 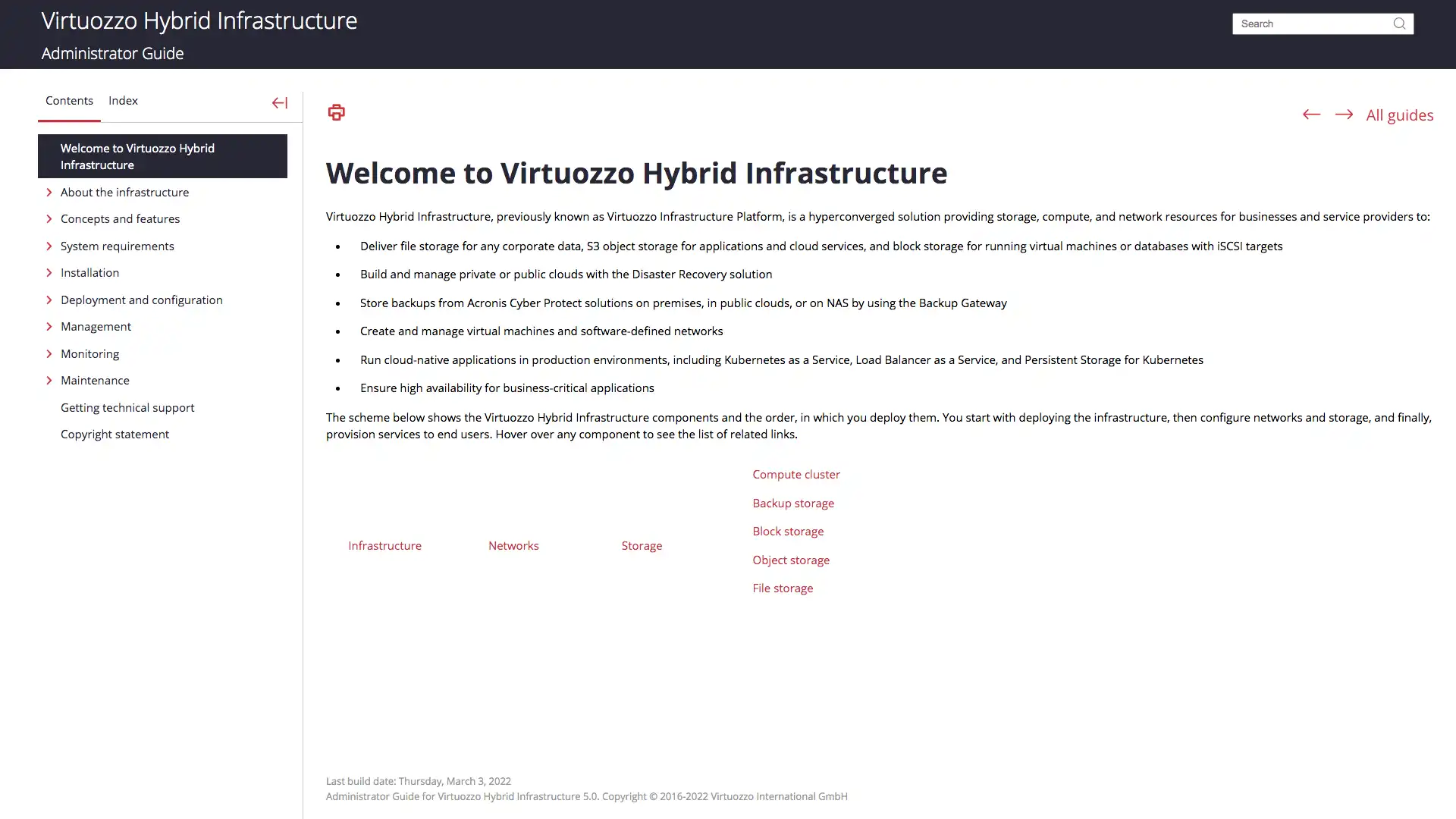 I want to click on Print, so click(x=335, y=111).